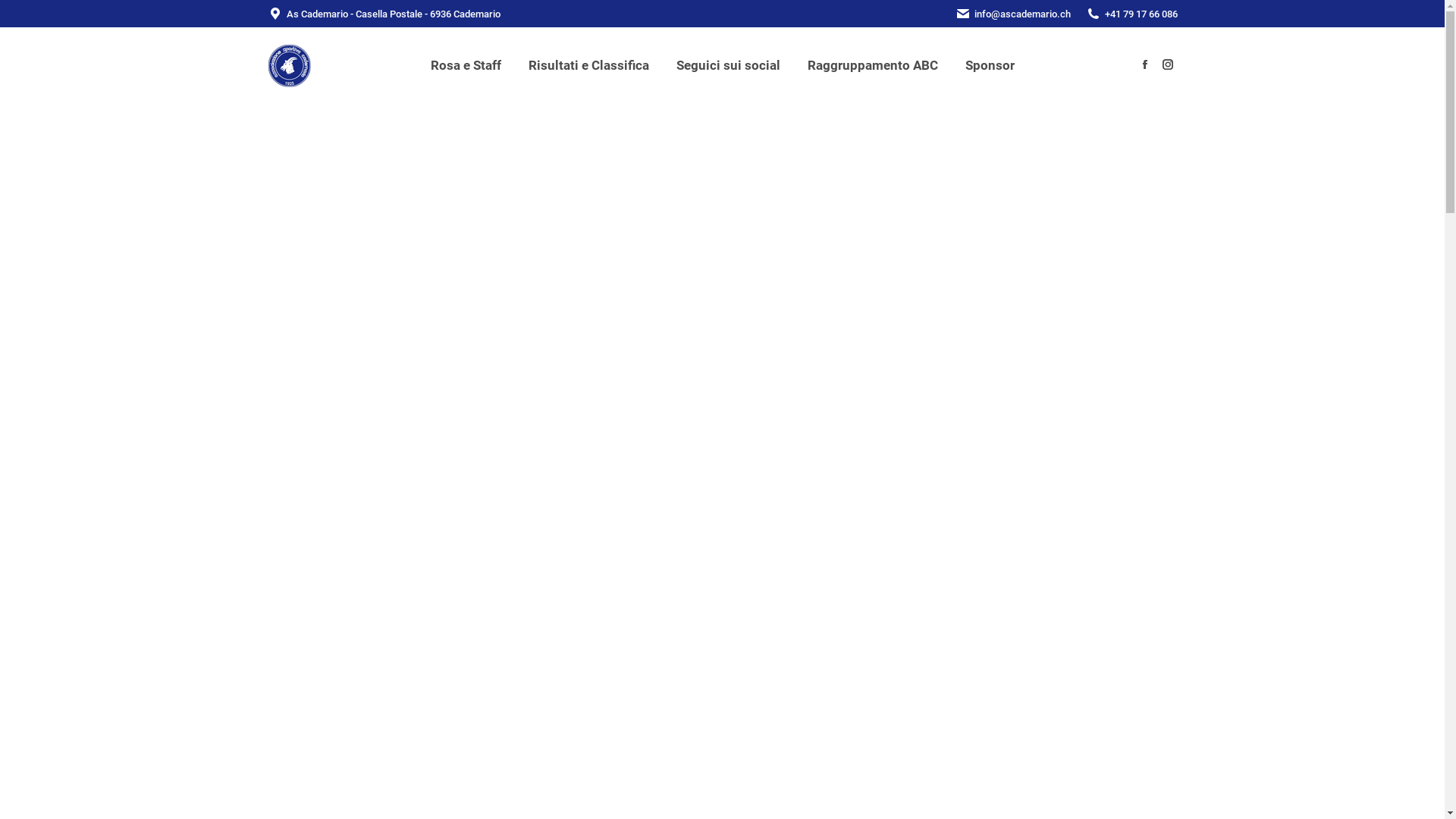 This screenshot has height=819, width=1456. Describe the element at coordinates (427, 64) in the screenshot. I see `'Rosa e Staff'` at that location.